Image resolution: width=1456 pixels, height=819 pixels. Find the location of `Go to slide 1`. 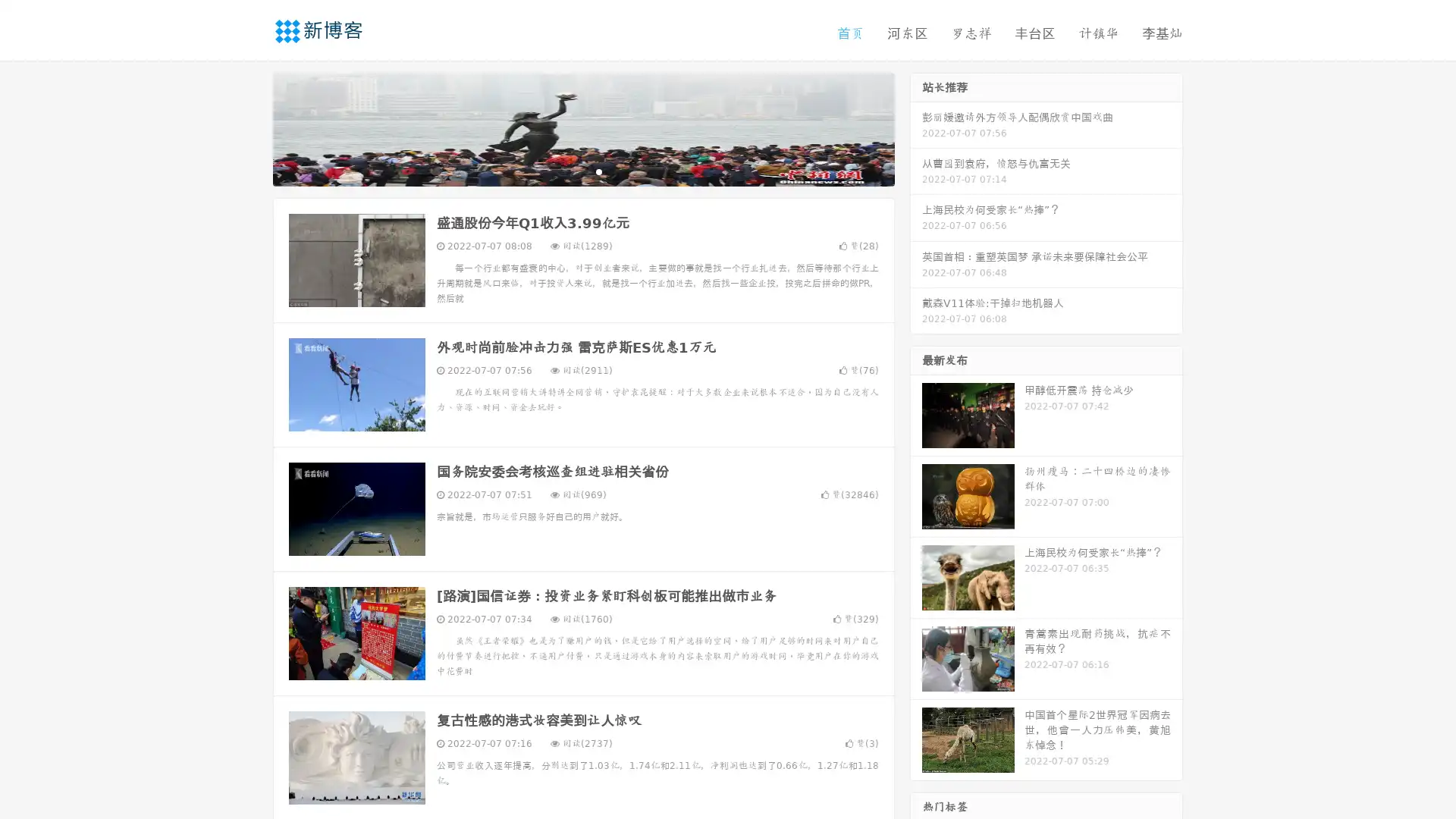

Go to slide 1 is located at coordinates (567, 171).